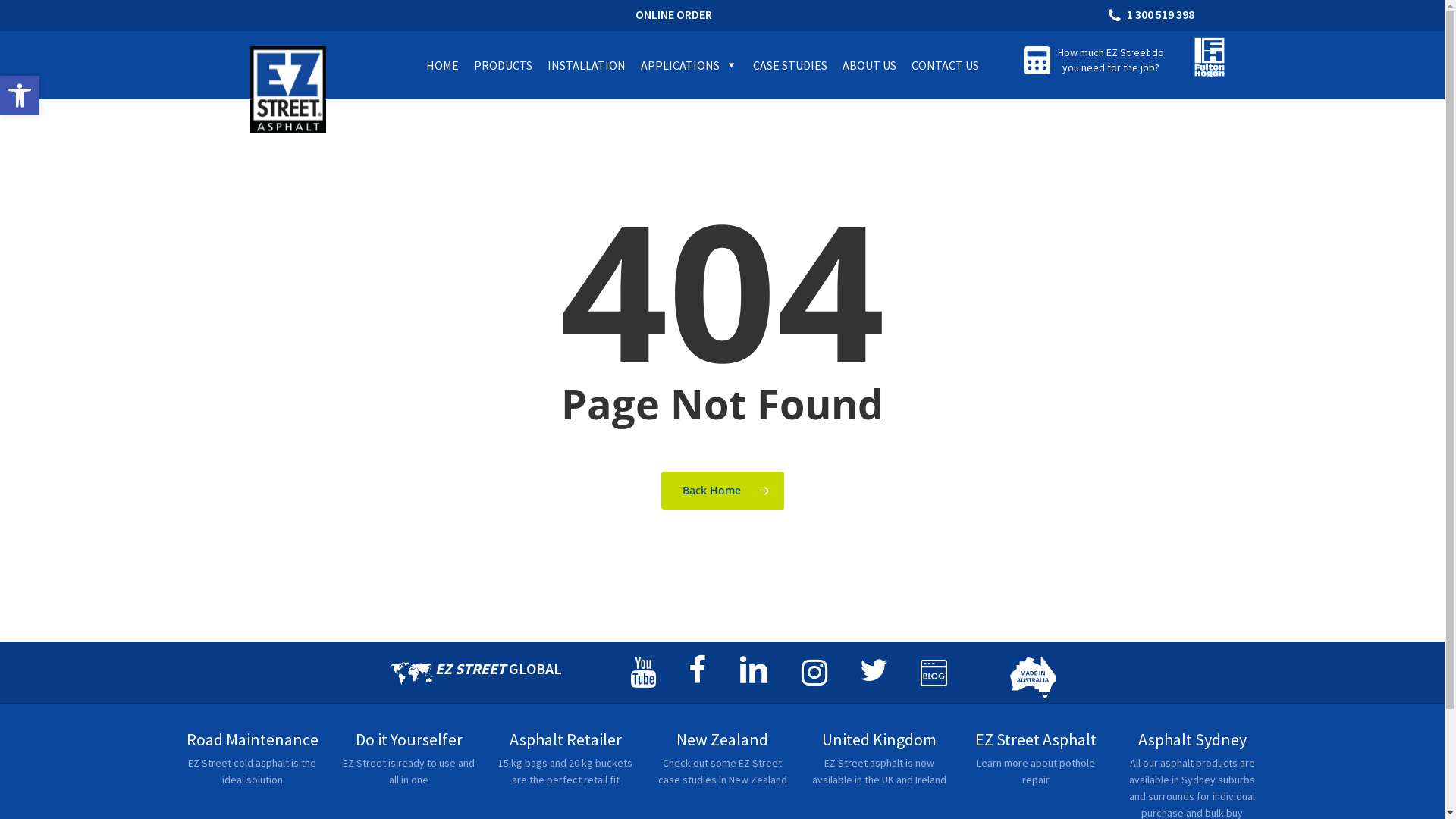  I want to click on 'How much EZ Street do you need for the job?', so click(1110, 58).